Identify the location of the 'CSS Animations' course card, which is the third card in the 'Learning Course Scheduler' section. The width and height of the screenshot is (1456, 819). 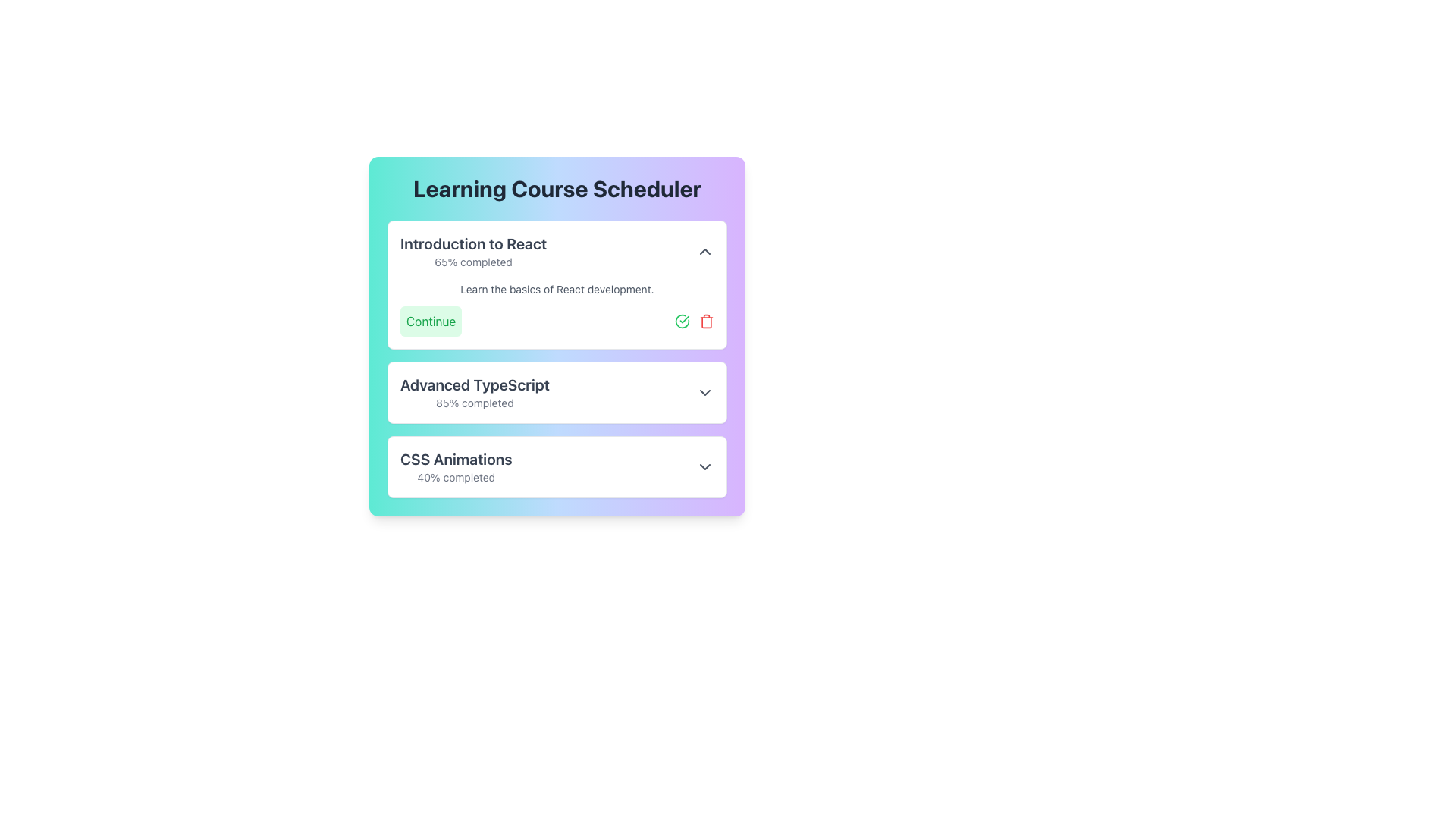
(556, 466).